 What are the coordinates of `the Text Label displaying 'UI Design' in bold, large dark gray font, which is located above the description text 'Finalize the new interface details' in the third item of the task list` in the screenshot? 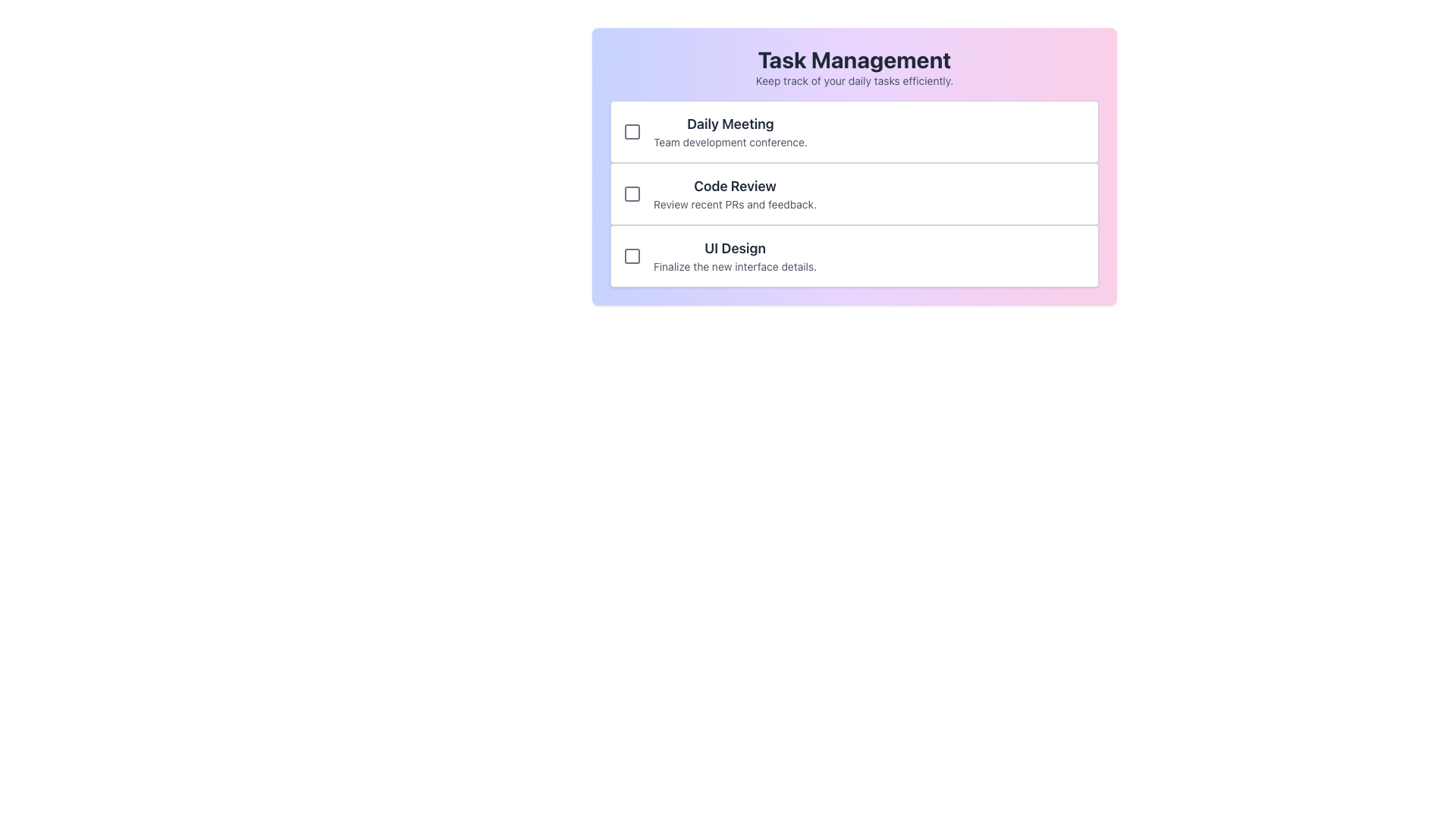 It's located at (735, 247).